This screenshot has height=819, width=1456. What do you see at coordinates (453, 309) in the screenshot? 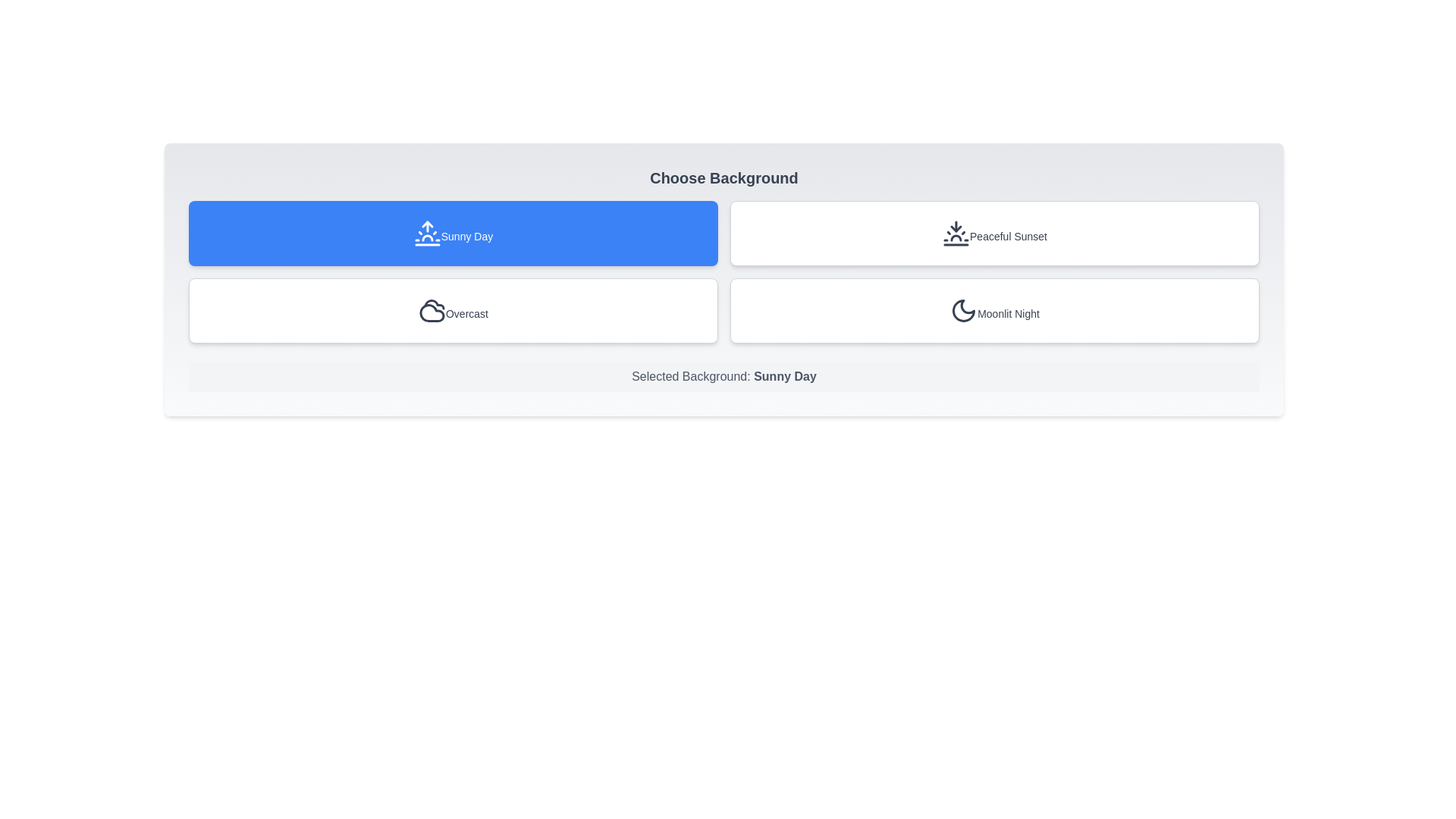
I see `the button for Overcast to preview its hover effect` at bounding box center [453, 309].